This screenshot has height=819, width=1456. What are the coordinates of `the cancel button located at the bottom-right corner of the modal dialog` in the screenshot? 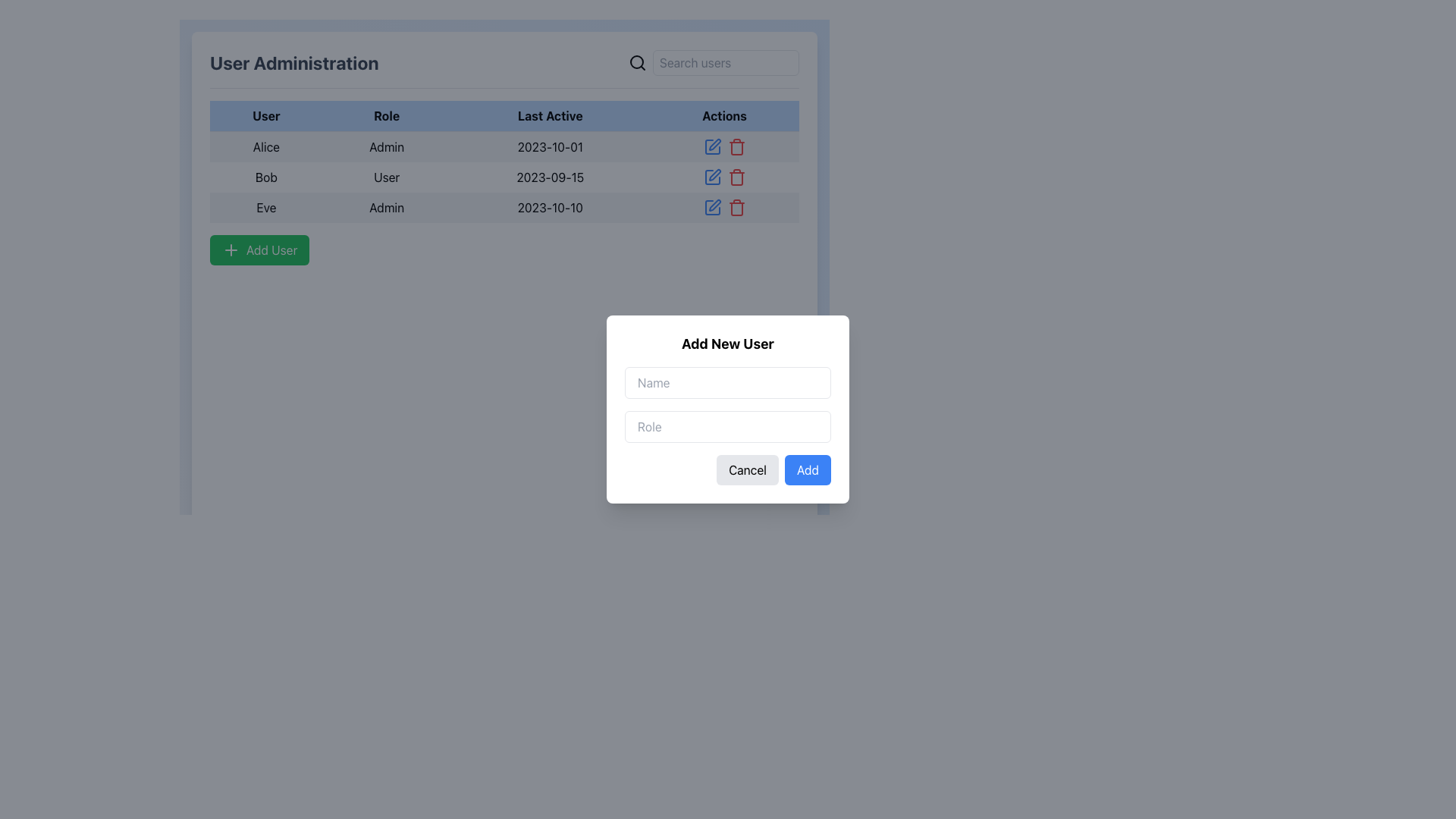 It's located at (748, 469).